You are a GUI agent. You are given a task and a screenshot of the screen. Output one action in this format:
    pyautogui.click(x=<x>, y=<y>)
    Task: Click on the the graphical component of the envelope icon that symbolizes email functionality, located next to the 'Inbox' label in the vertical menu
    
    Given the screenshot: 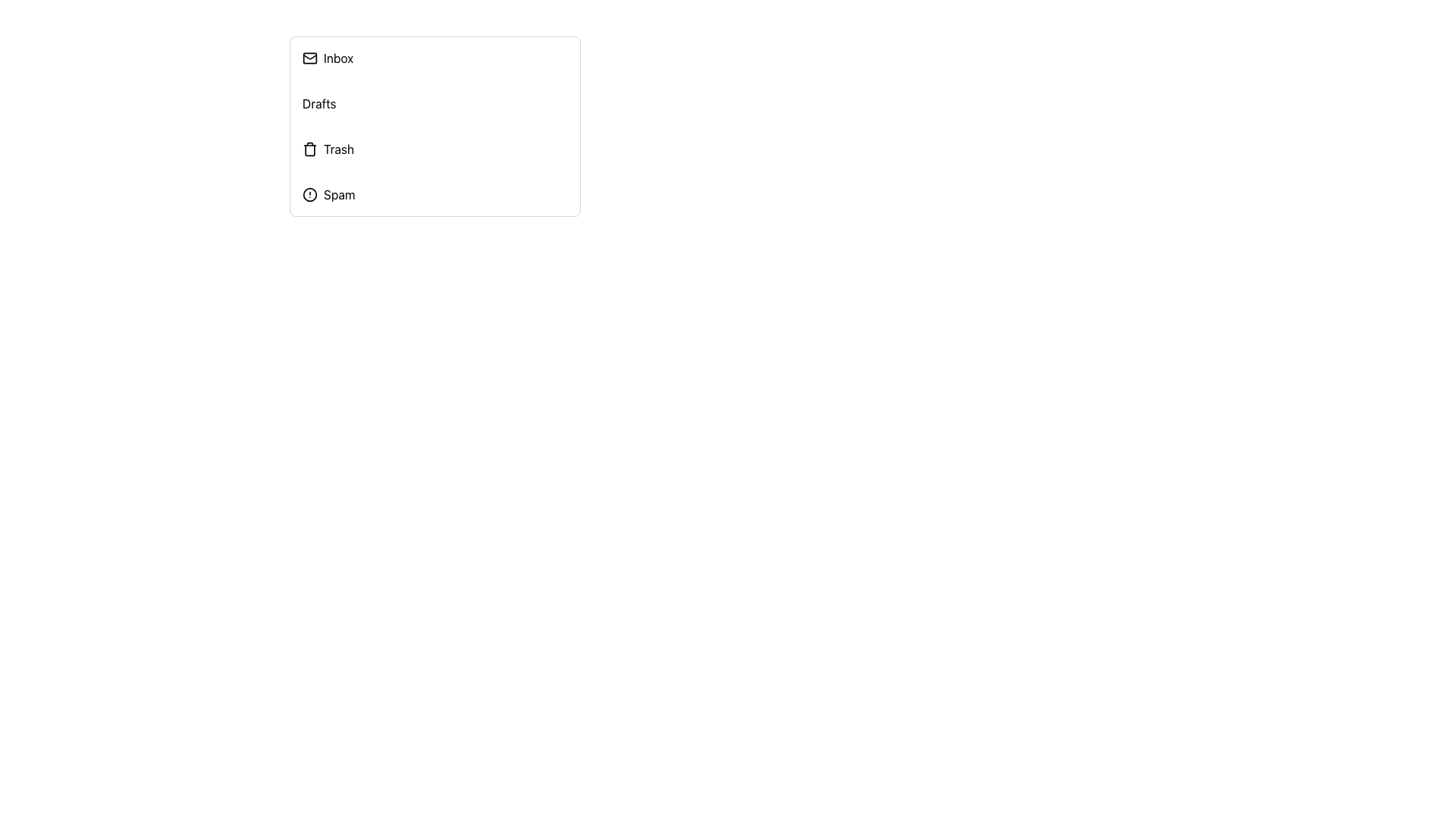 What is the action you would take?
    pyautogui.click(x=309, y=58)
    